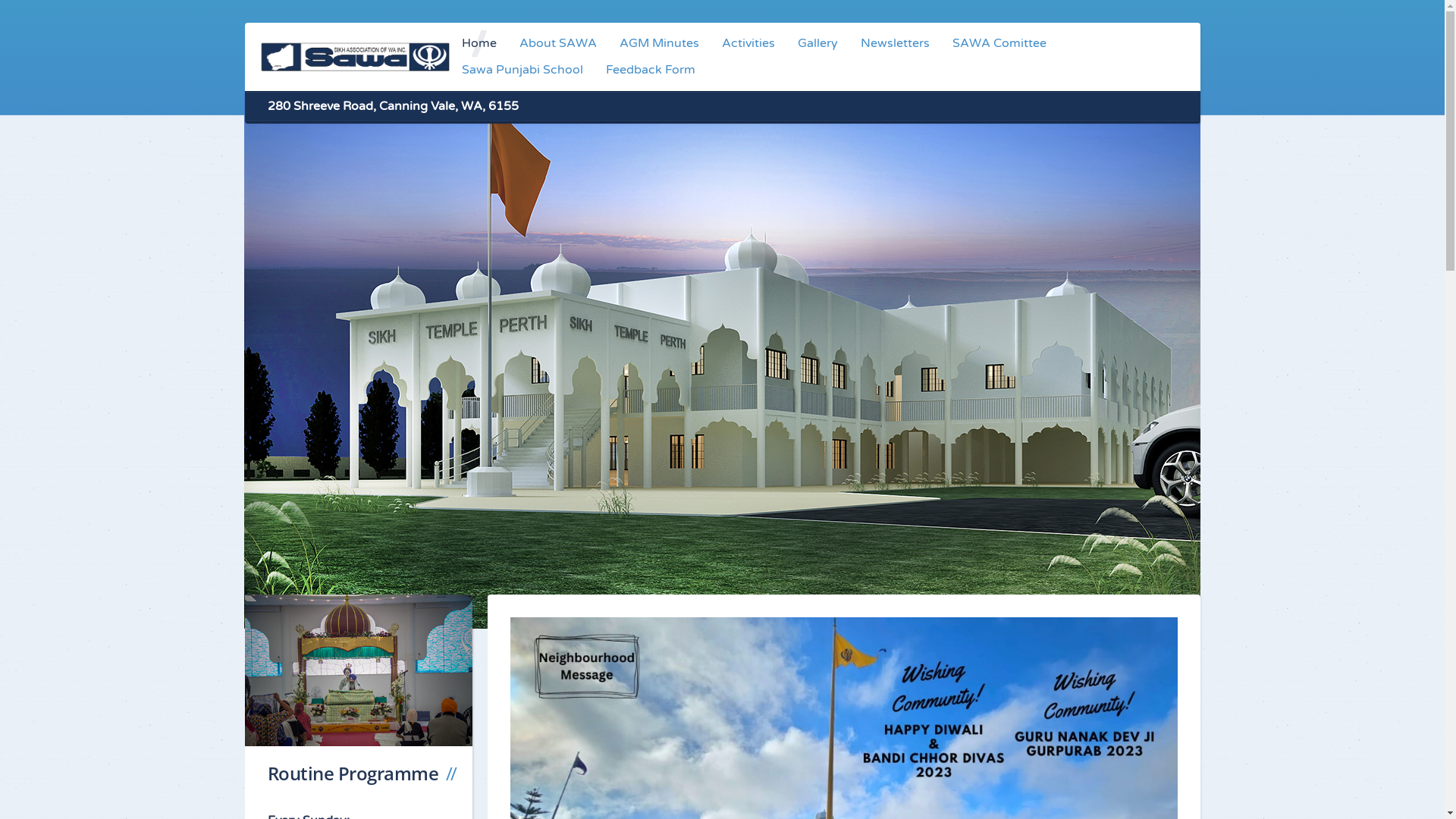  What do you see at coordinates (557, 42) in the screenshot?
I see `'About SAWA'` at bounding box center [557, 42].